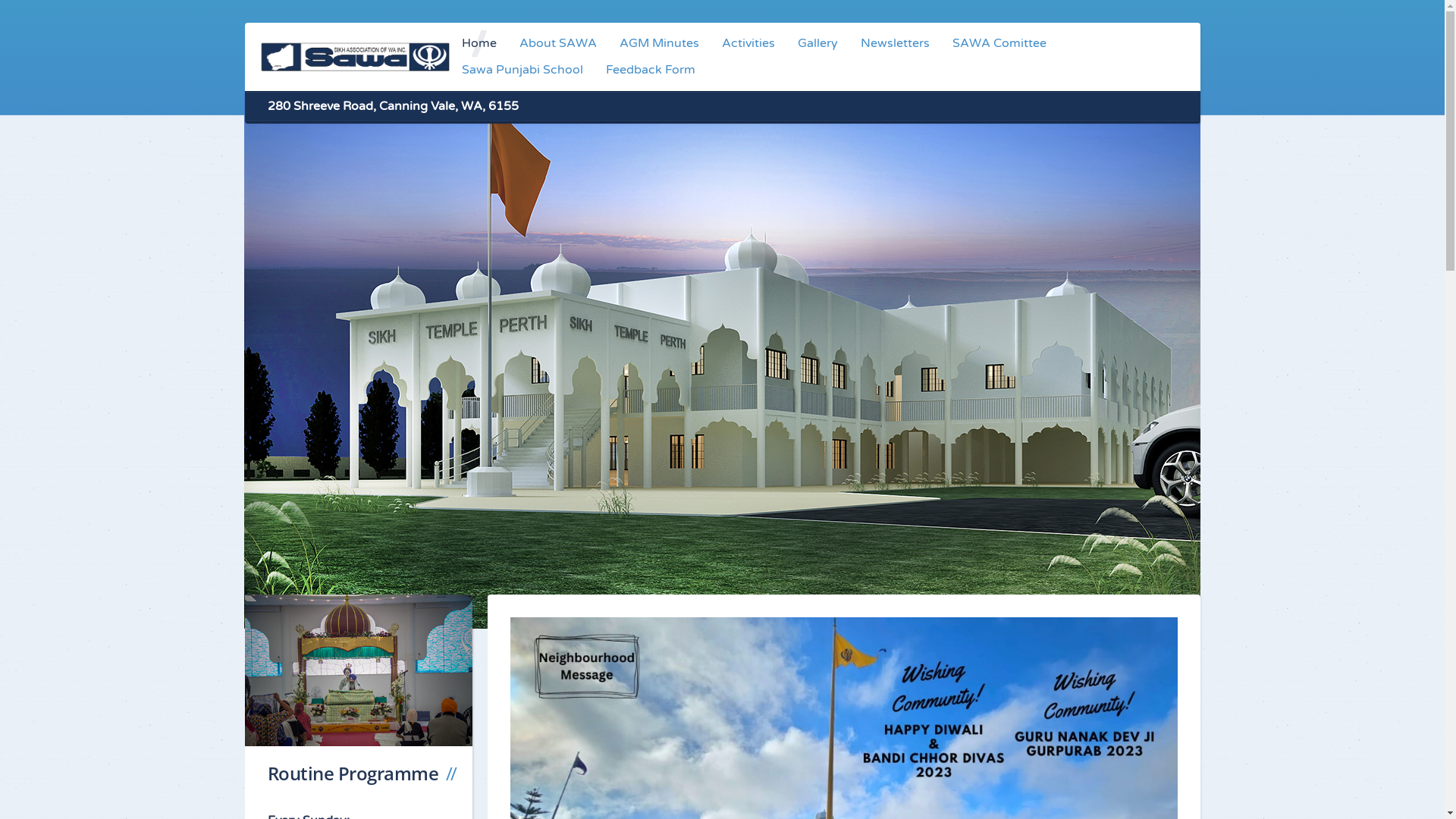  What do you see at coordinates (557, 42) in the screenshot?
I see `'About SAWA'` at bounding box center [557, 42].